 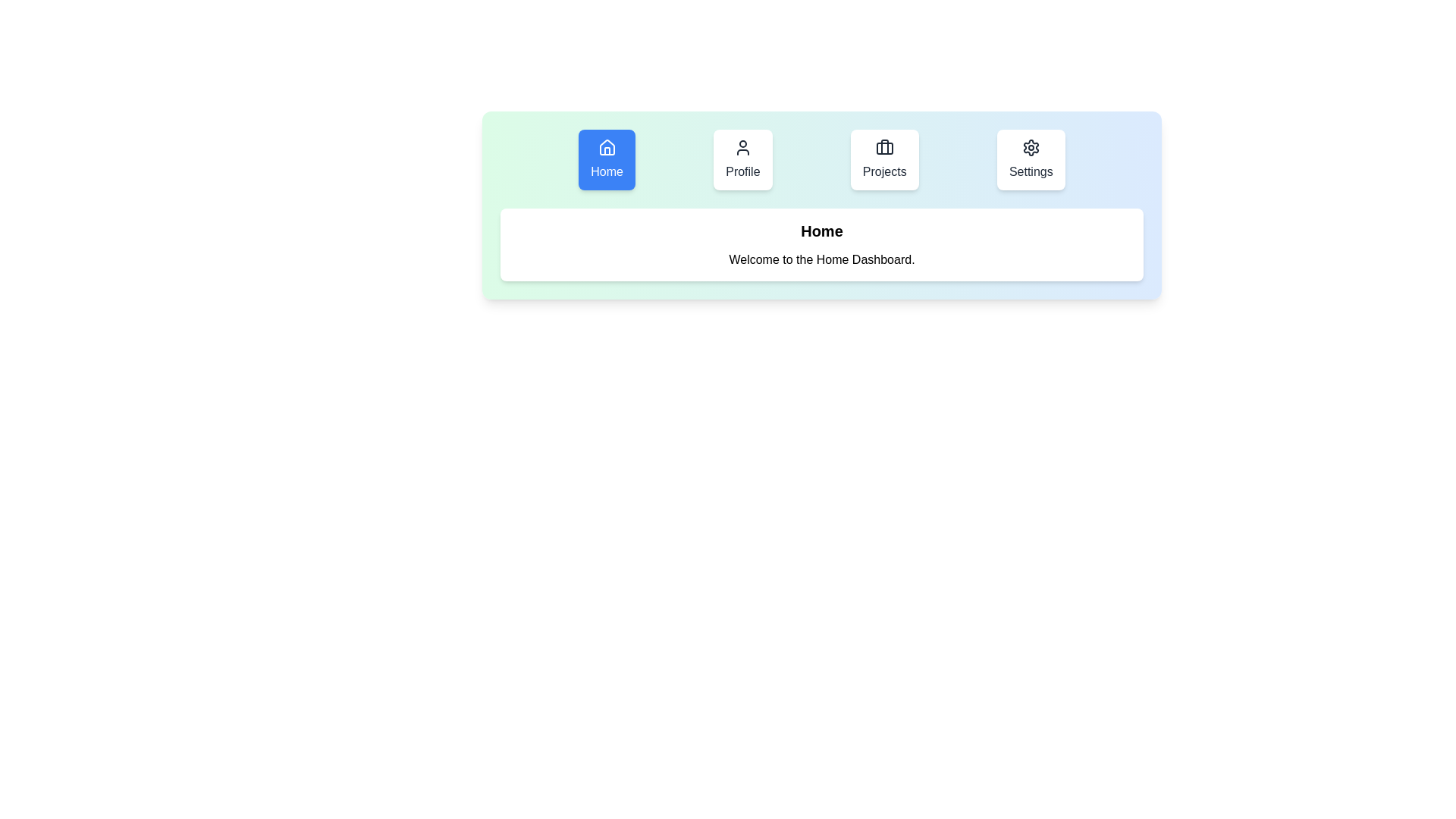 What do you see at coordinates (1031, 160) in the screenshot?
I see `the Settings tab by clicking on it` at bounding box center [1031, 160].